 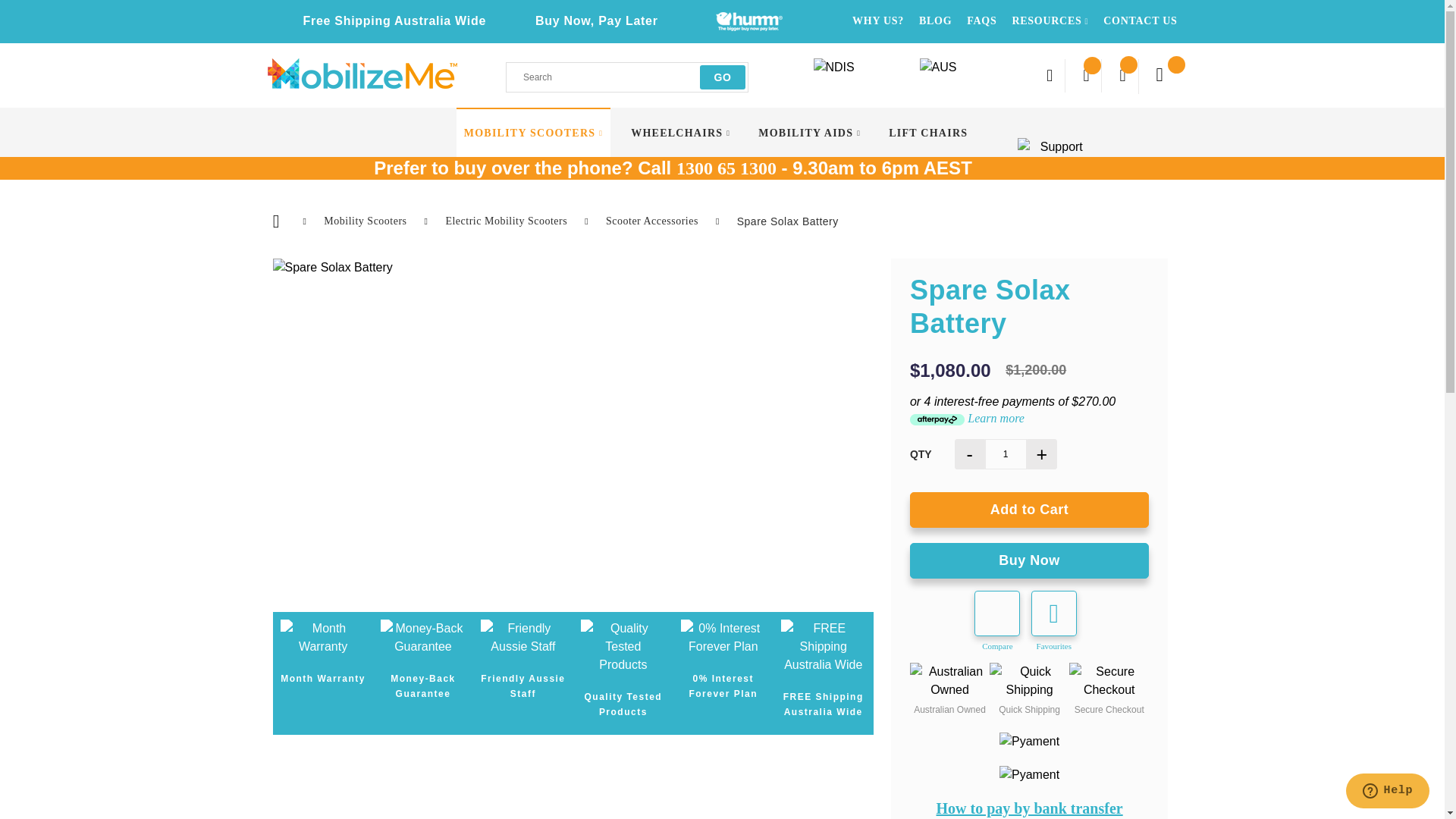 I want to click on 'Australian Owned', so click(x=910, y=680).